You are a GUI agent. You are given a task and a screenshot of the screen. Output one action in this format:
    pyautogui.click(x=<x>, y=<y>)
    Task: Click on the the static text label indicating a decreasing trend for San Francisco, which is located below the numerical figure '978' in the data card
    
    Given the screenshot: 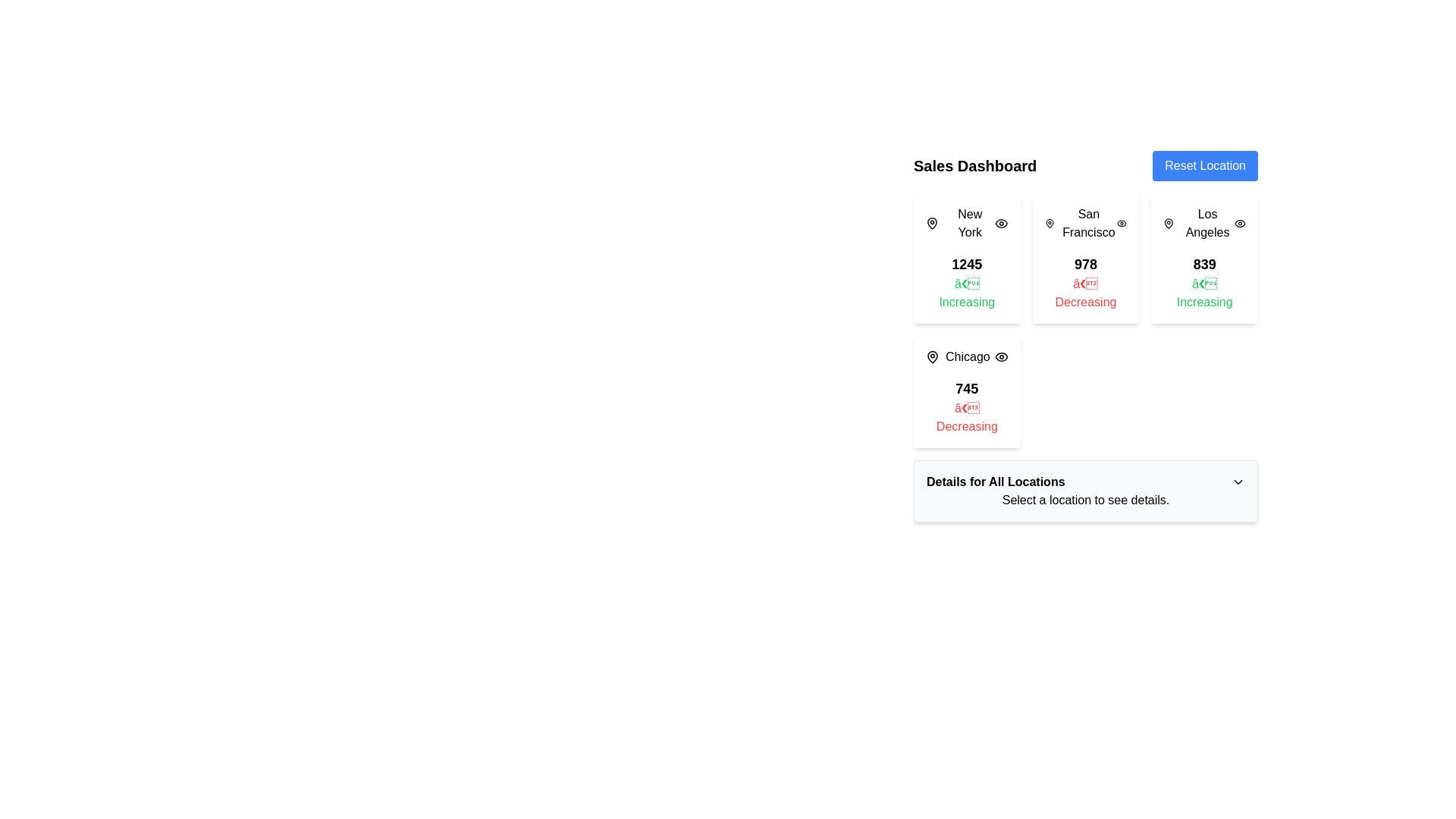 What is the action you would take?
    pyautogui.click(x=1084, y=293)
    